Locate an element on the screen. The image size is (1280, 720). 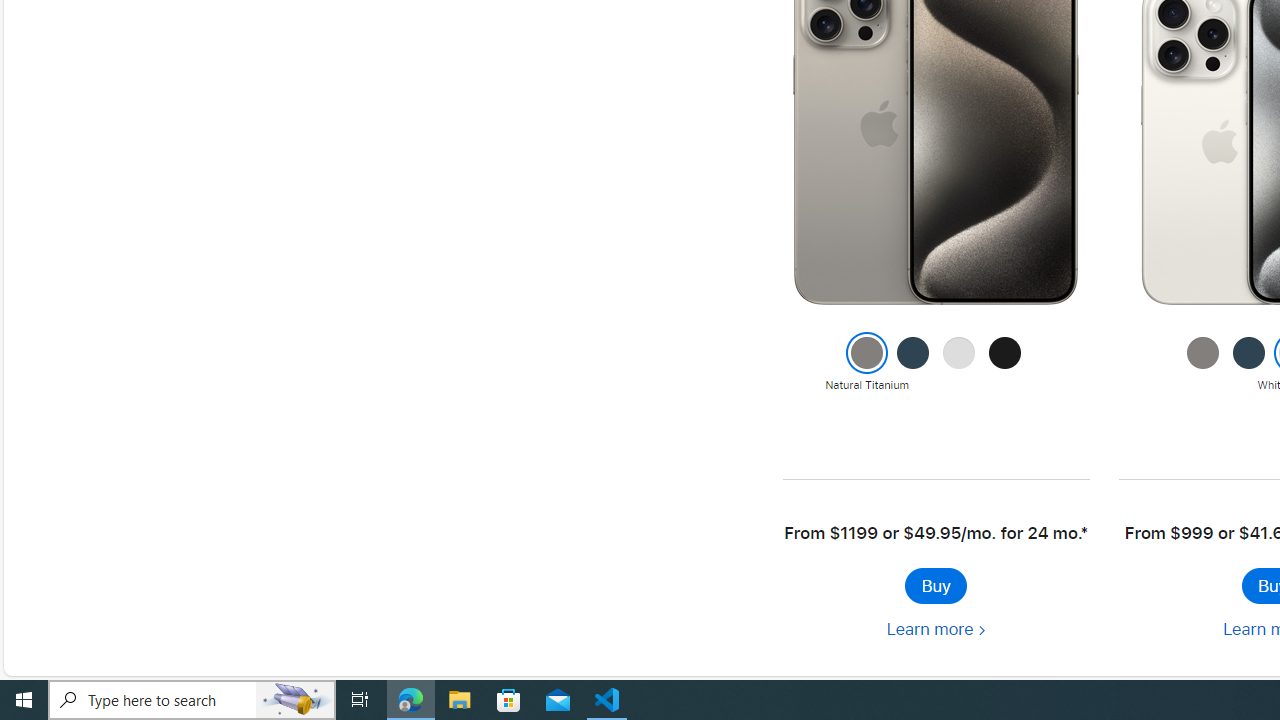
'Learn more about iPhone 15 Pro Max' is located at coordinates (934, 628).